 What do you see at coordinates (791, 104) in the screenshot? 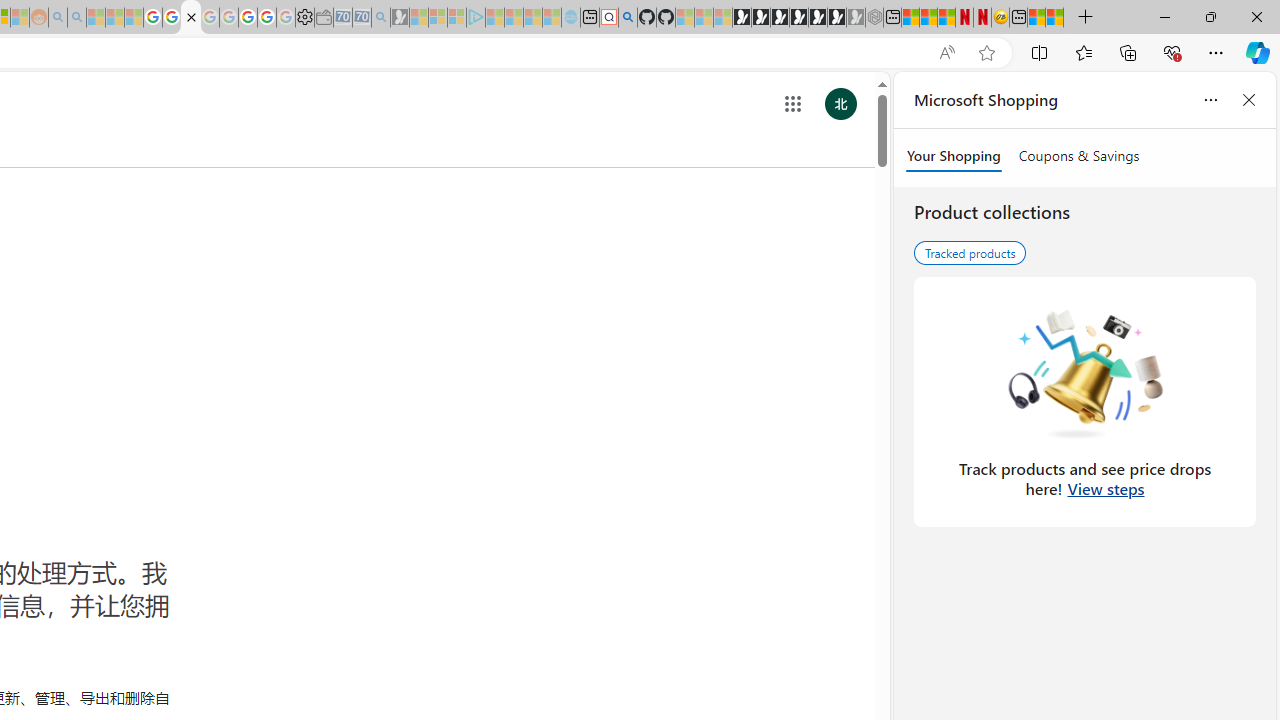
I see `'Class: gb_E'` at bounding box center [791, 104].